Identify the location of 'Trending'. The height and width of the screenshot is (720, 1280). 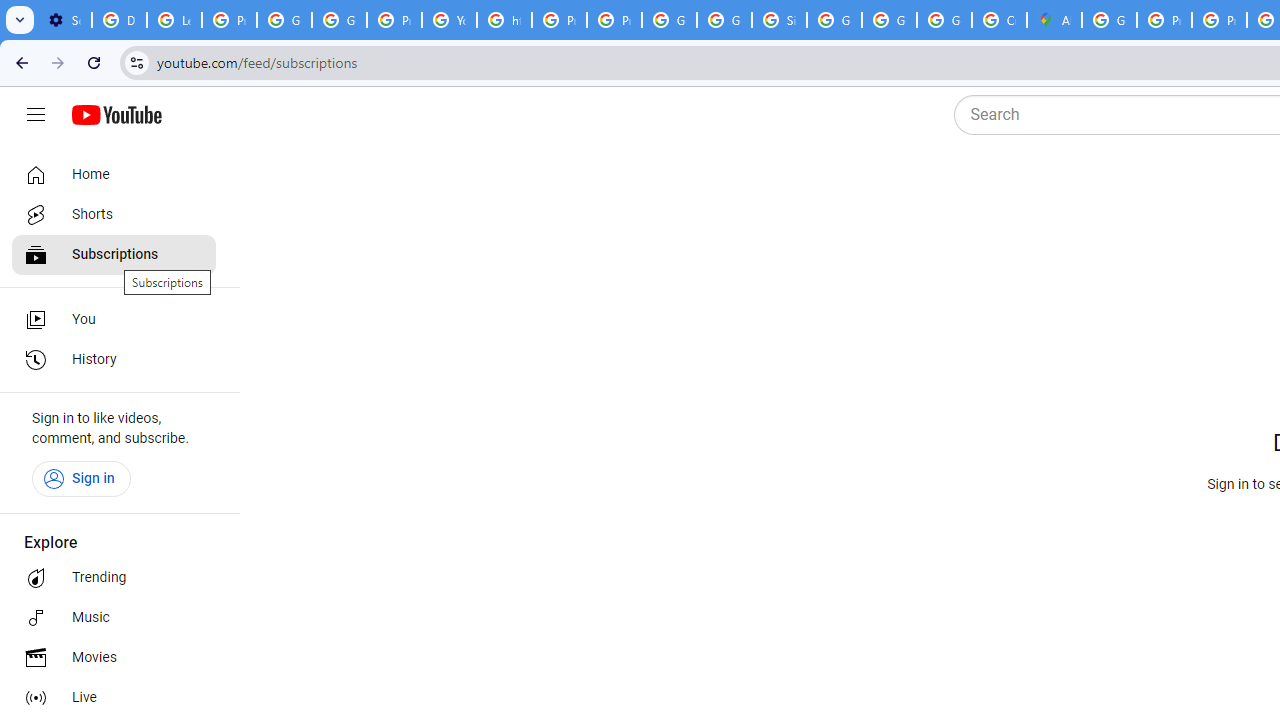
(112, 578).